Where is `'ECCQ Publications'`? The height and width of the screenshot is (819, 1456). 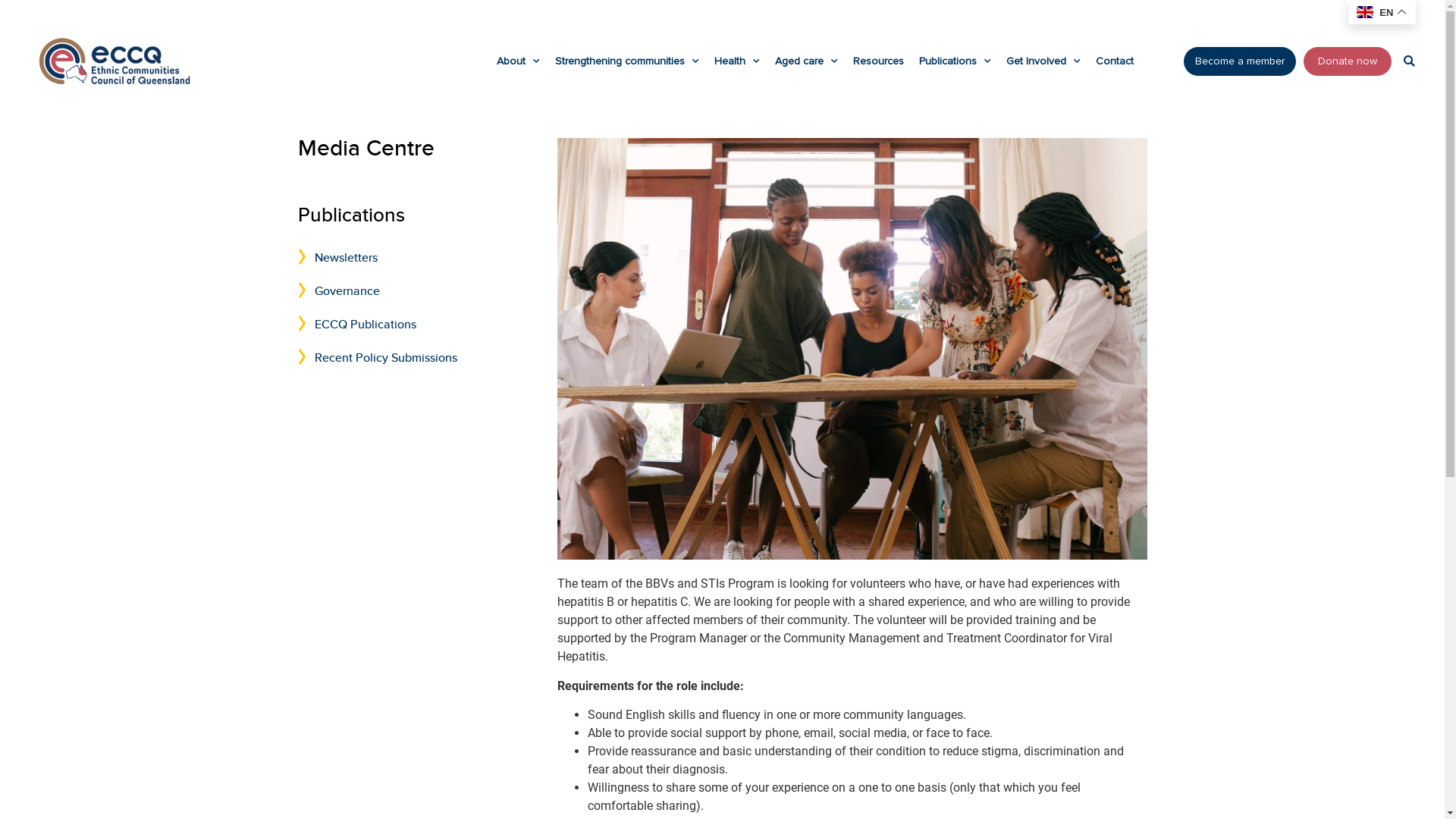 'ECCQ Publications' is located at coordinates (419, 324).